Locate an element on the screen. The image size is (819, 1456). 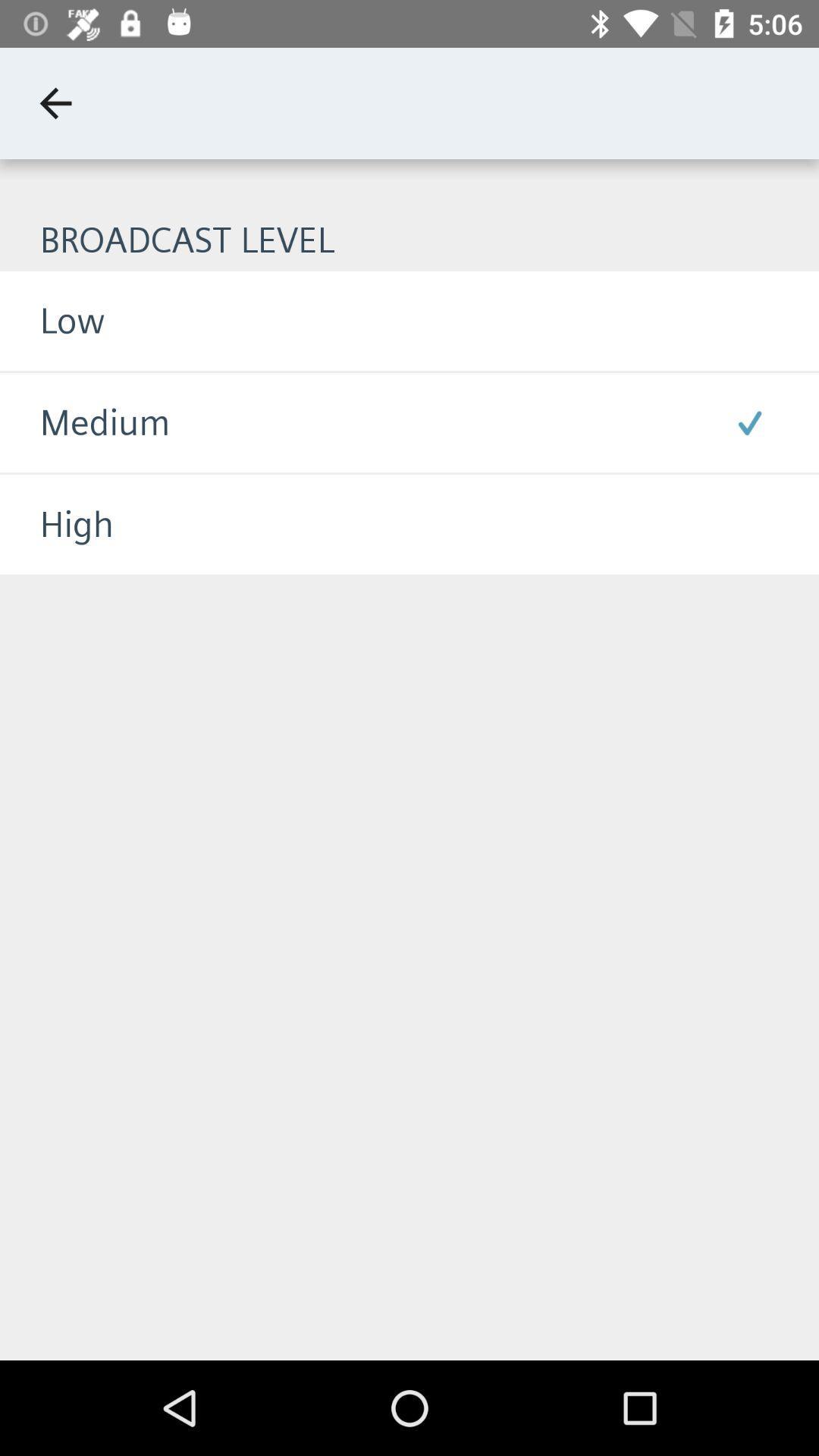
icon below medium icon is located at coordinates (55, 524).